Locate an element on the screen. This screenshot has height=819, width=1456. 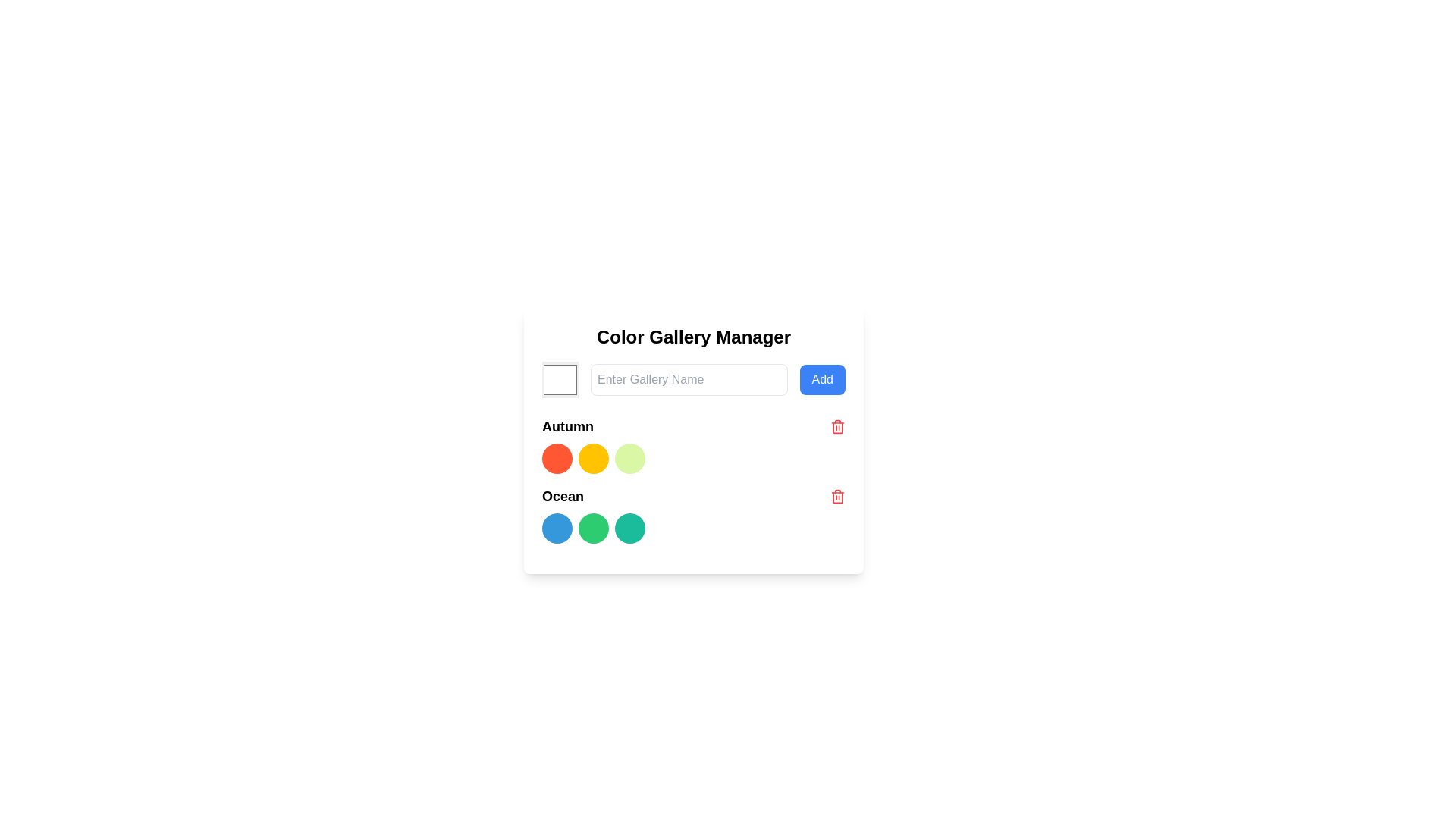
to focus on the text input box labeled 'Enter Gallery Name', which is visually represented by a rectangular shape with rounded corners and a light gray border is located at coordinates (688, 379).